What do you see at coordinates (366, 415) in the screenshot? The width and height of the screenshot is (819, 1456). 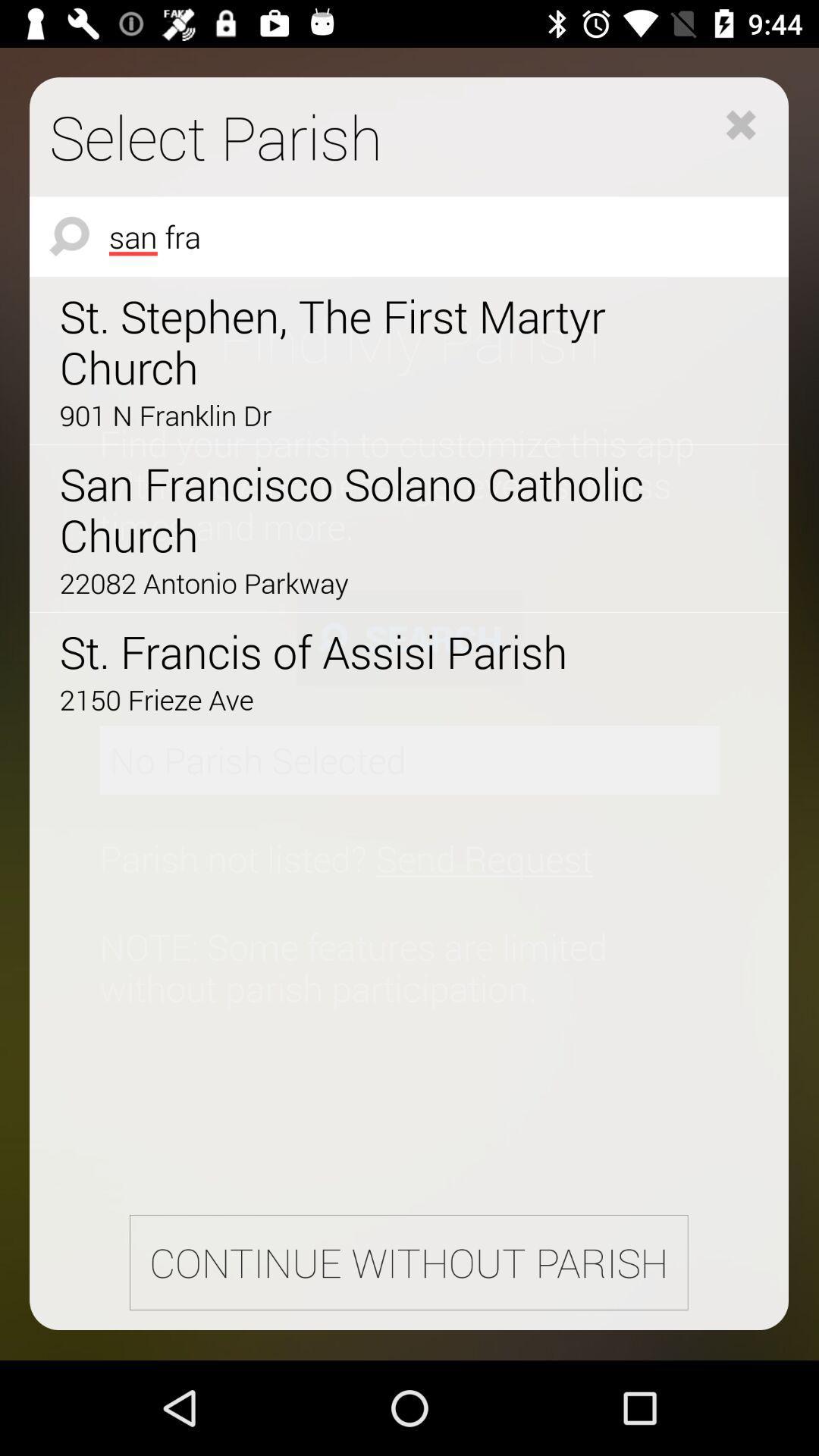 I see `the item above san francisco solano item` at bounding box center [366, 415].